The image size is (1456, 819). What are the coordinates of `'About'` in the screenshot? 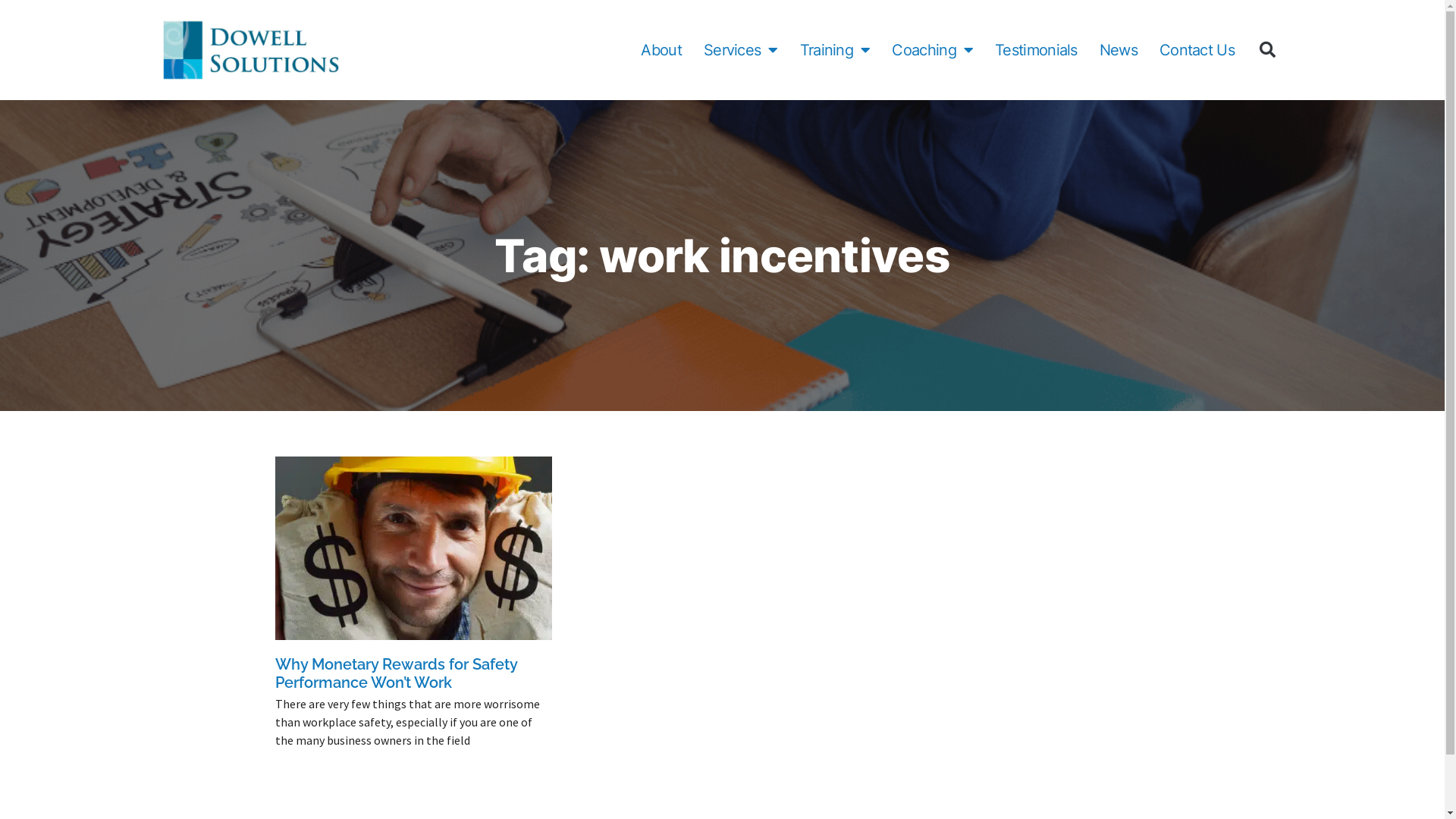 It's located at (661, 49).